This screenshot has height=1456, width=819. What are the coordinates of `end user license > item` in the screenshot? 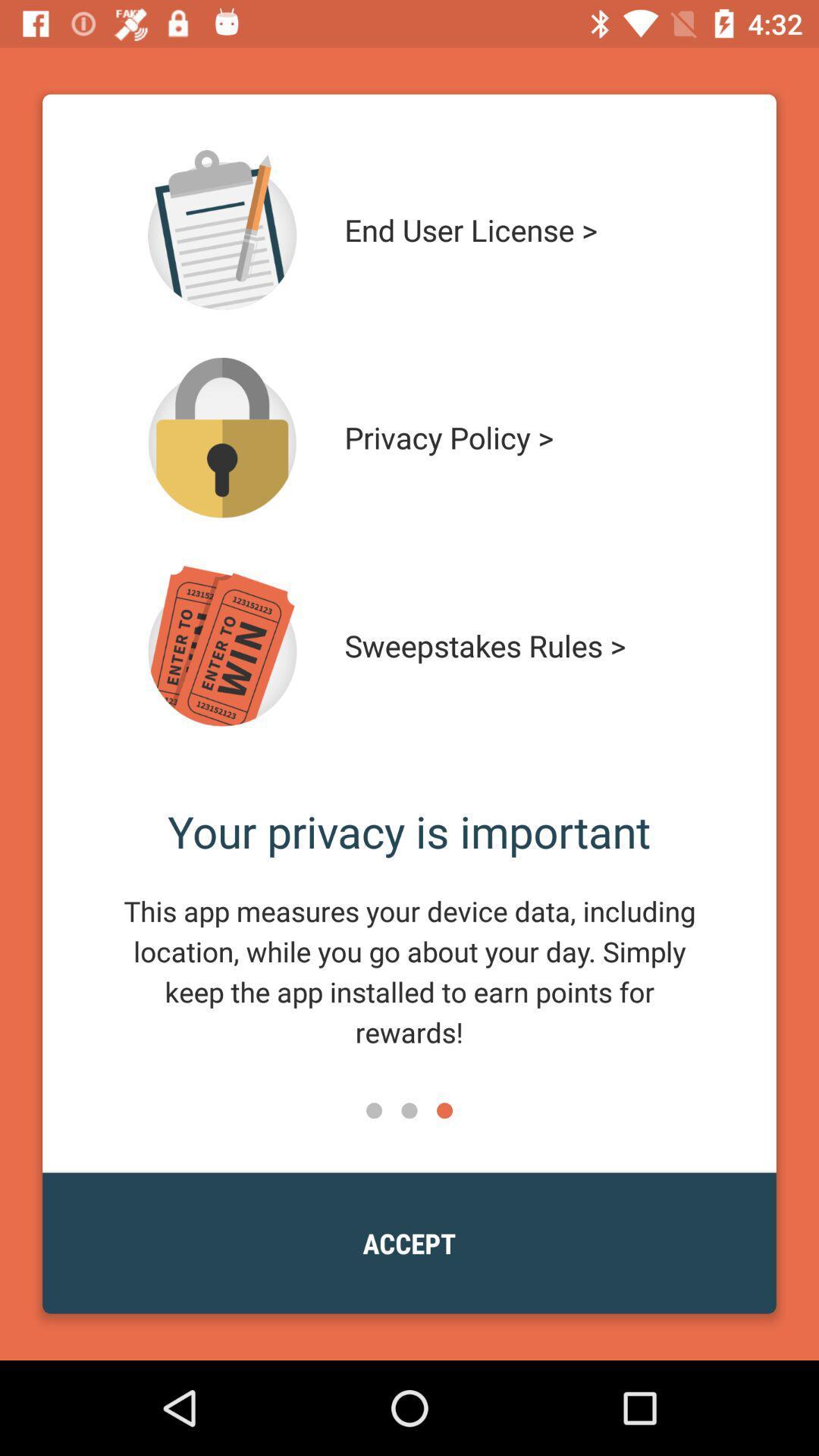 It's located at (513, 229).